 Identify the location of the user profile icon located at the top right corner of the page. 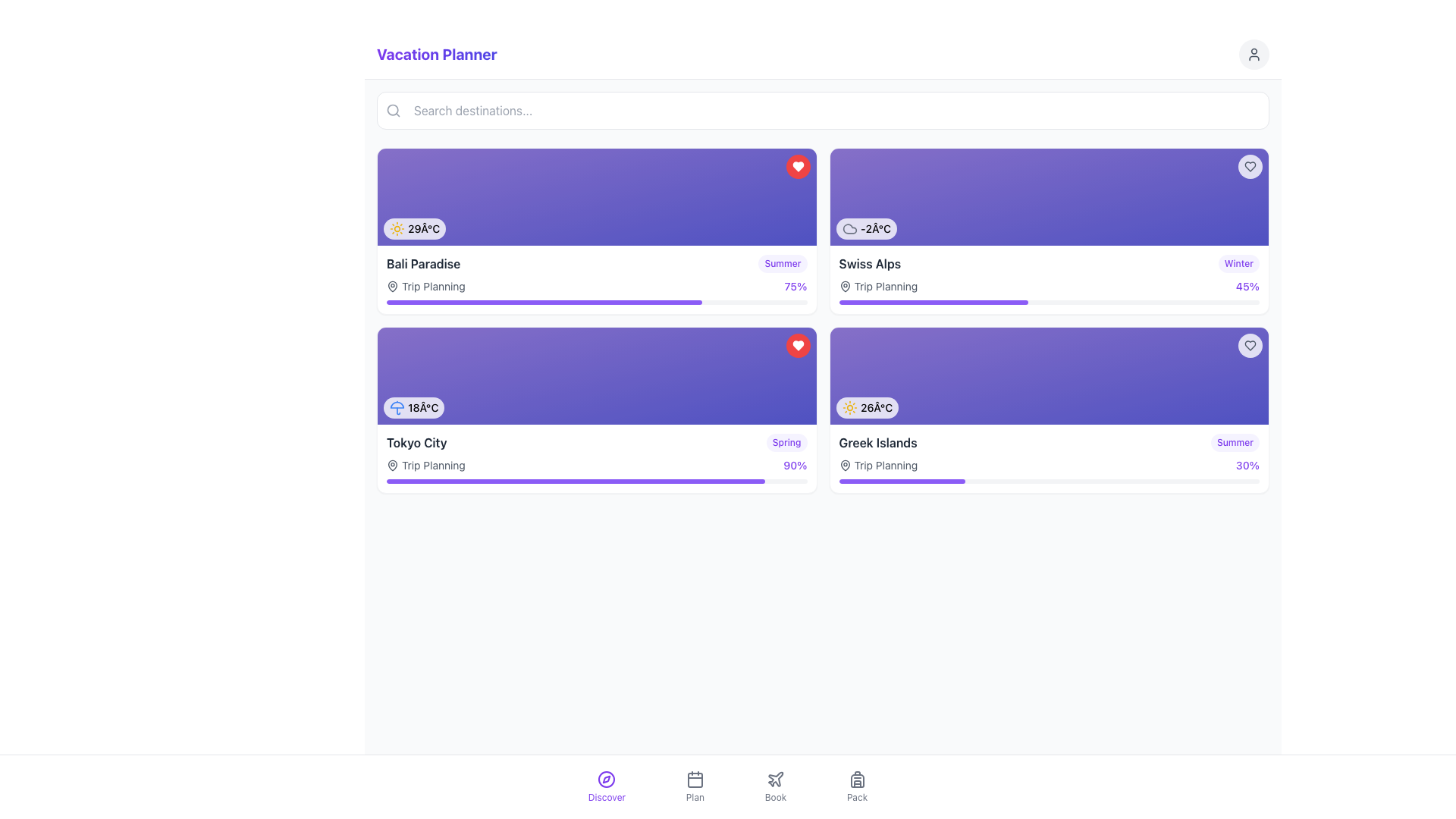
(1254, 54).